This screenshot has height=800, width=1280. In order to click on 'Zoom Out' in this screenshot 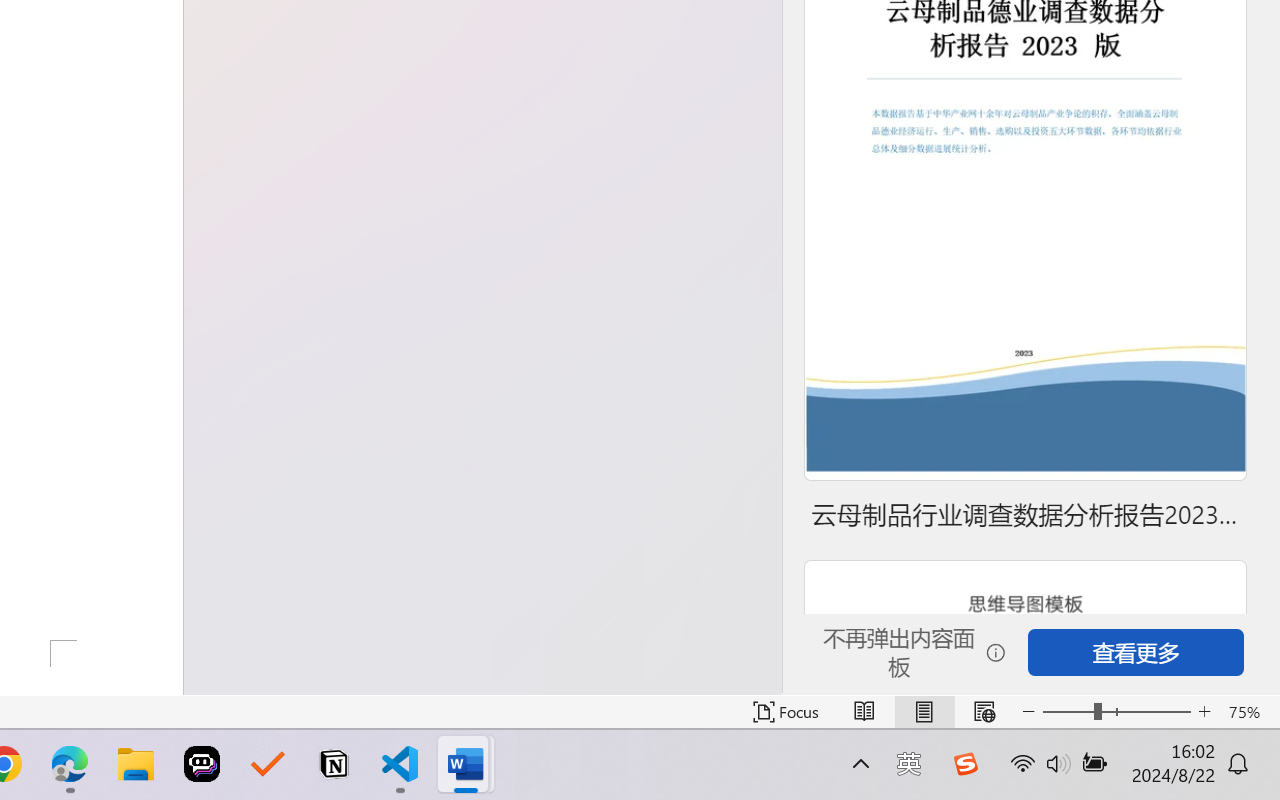, I will do `click(1067, 711)`.